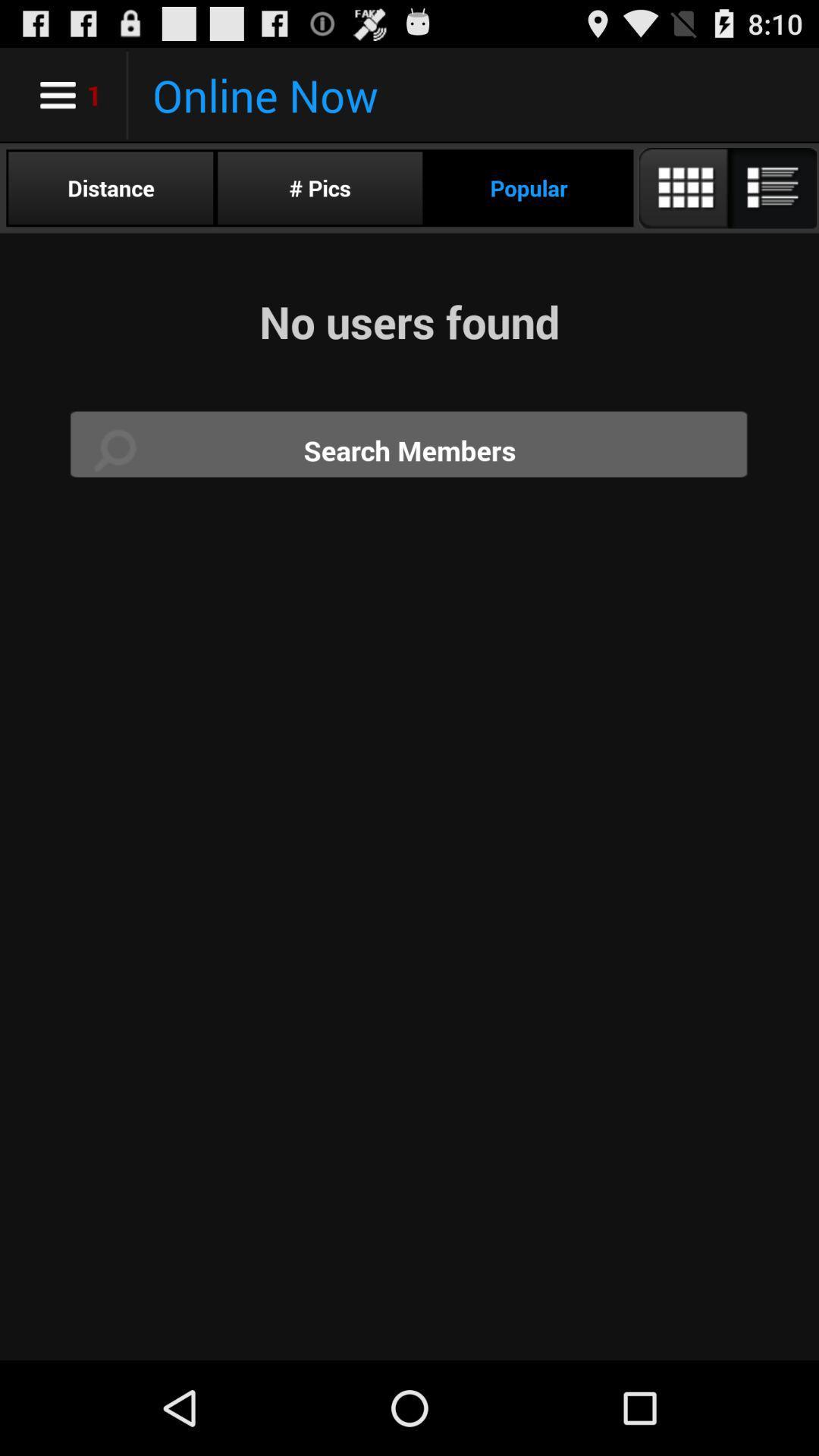 The image size is (819, 1456). I want to click on the icon next to popular, so click(726, 187).